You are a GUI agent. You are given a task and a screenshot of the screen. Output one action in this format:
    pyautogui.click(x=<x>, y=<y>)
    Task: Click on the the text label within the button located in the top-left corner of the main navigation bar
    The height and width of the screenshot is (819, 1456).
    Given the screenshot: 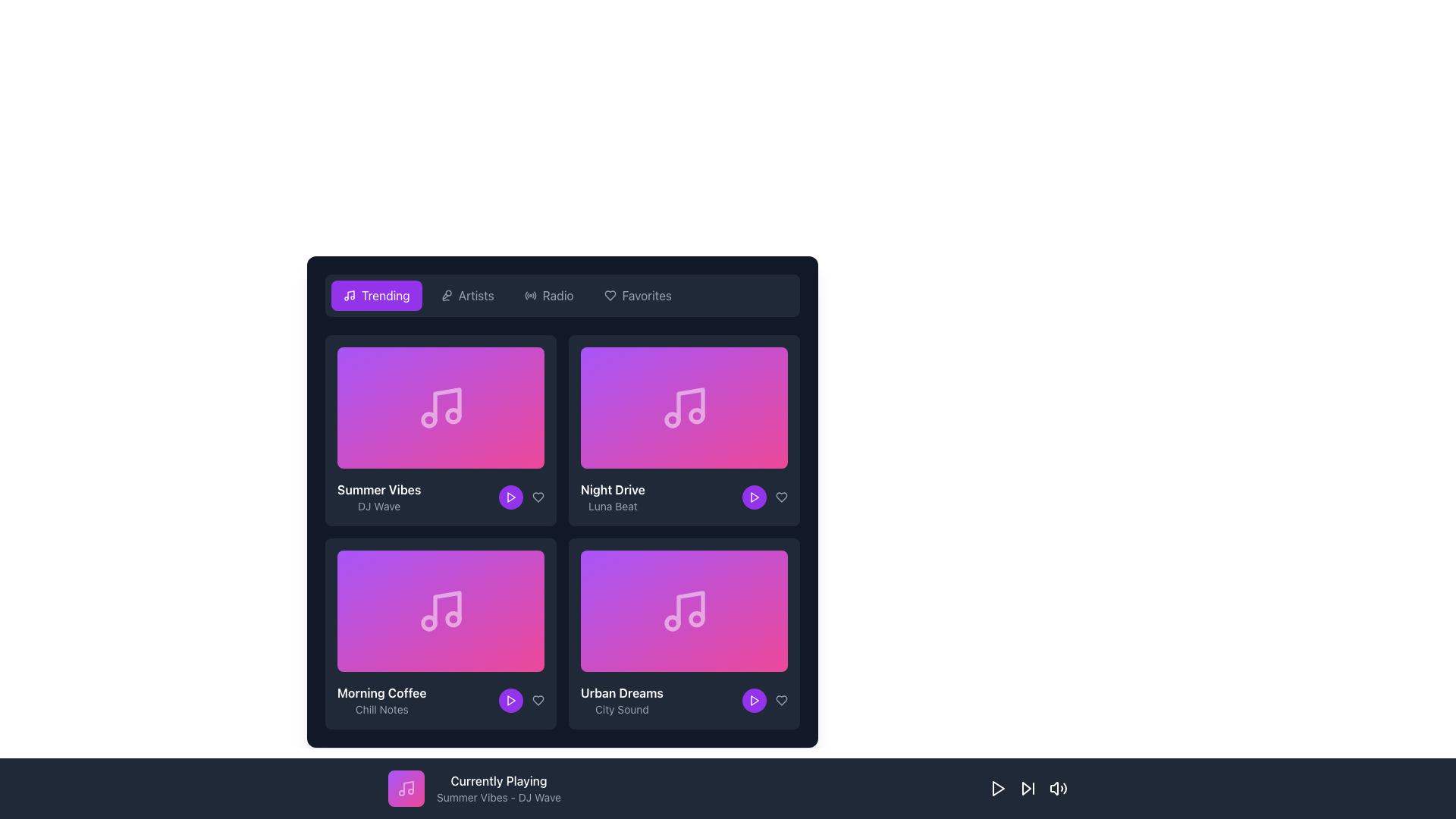 What is the action you would take?
    pyautogui.click(x=385, y=295)
    